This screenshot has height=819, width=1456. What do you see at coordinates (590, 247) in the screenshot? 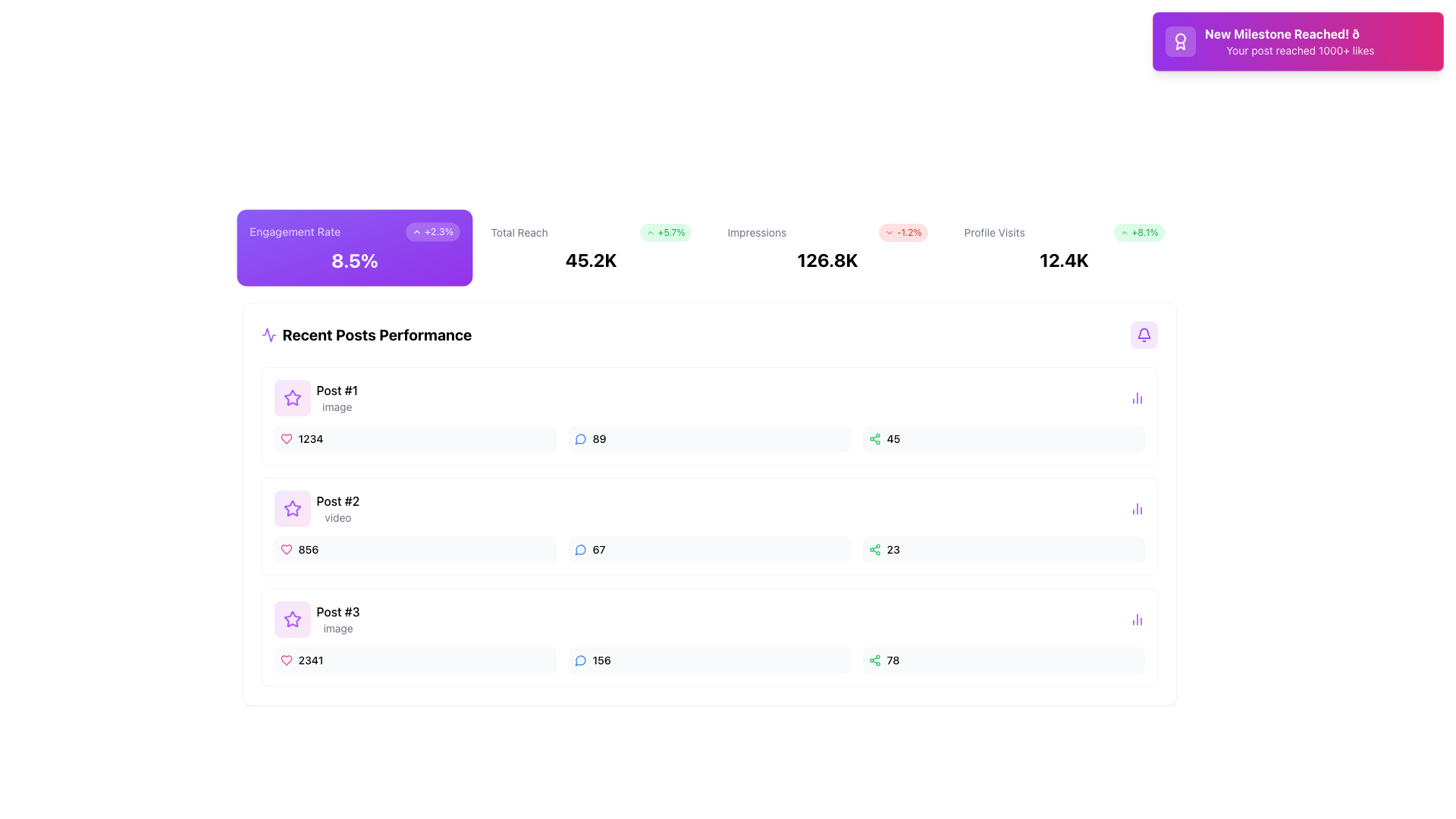
I see `the 'Total Reach' metric card, which displays the value '45.2K' with a green badge indicating a positive change ('+5.7%'). This card is the second in a row of four cards, located to the right of the 'Engagement Rate' card` at bounding box center [590, 247].